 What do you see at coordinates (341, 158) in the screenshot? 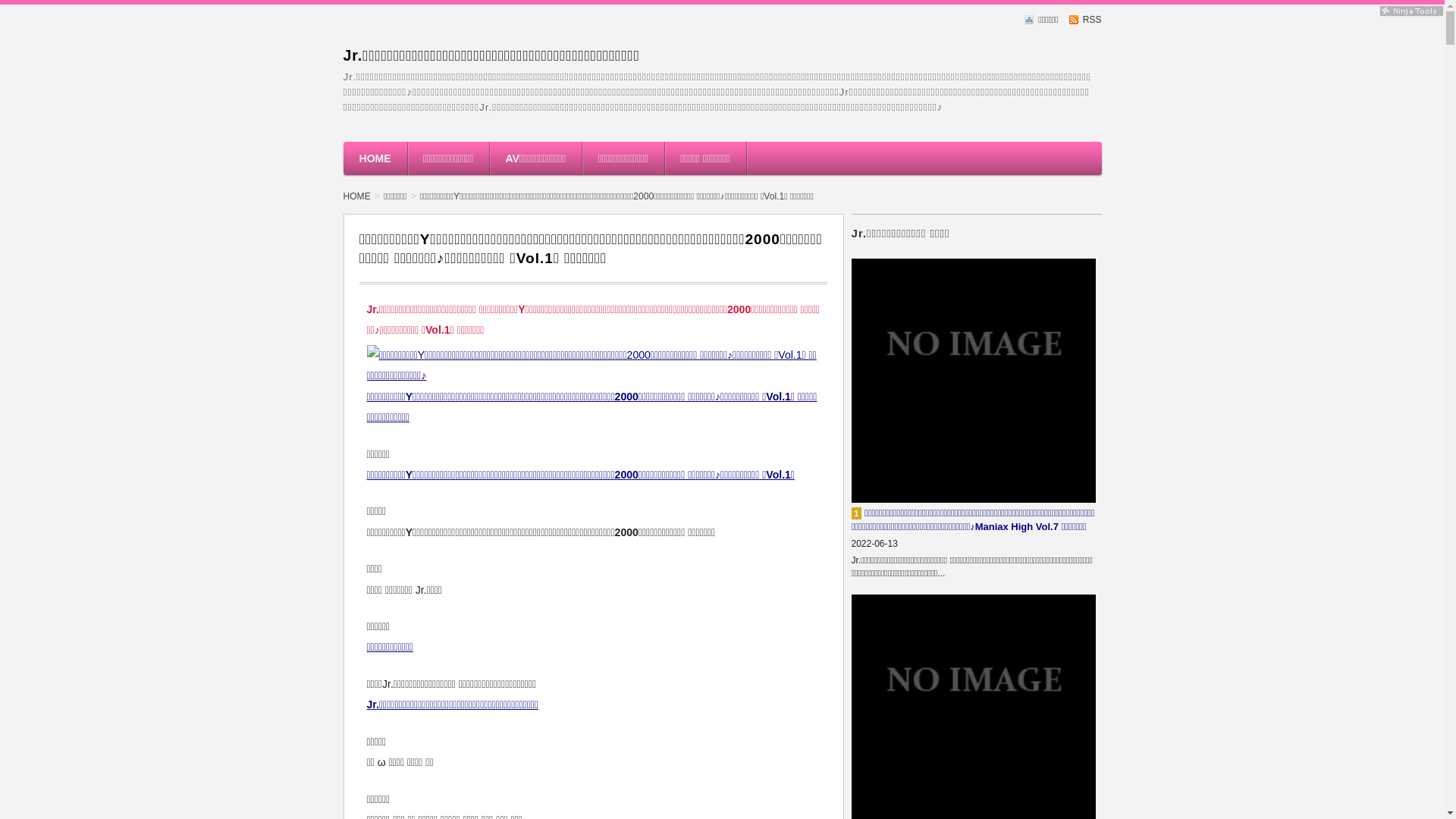
I see `'HOME'` at bounding box center [341, 158].